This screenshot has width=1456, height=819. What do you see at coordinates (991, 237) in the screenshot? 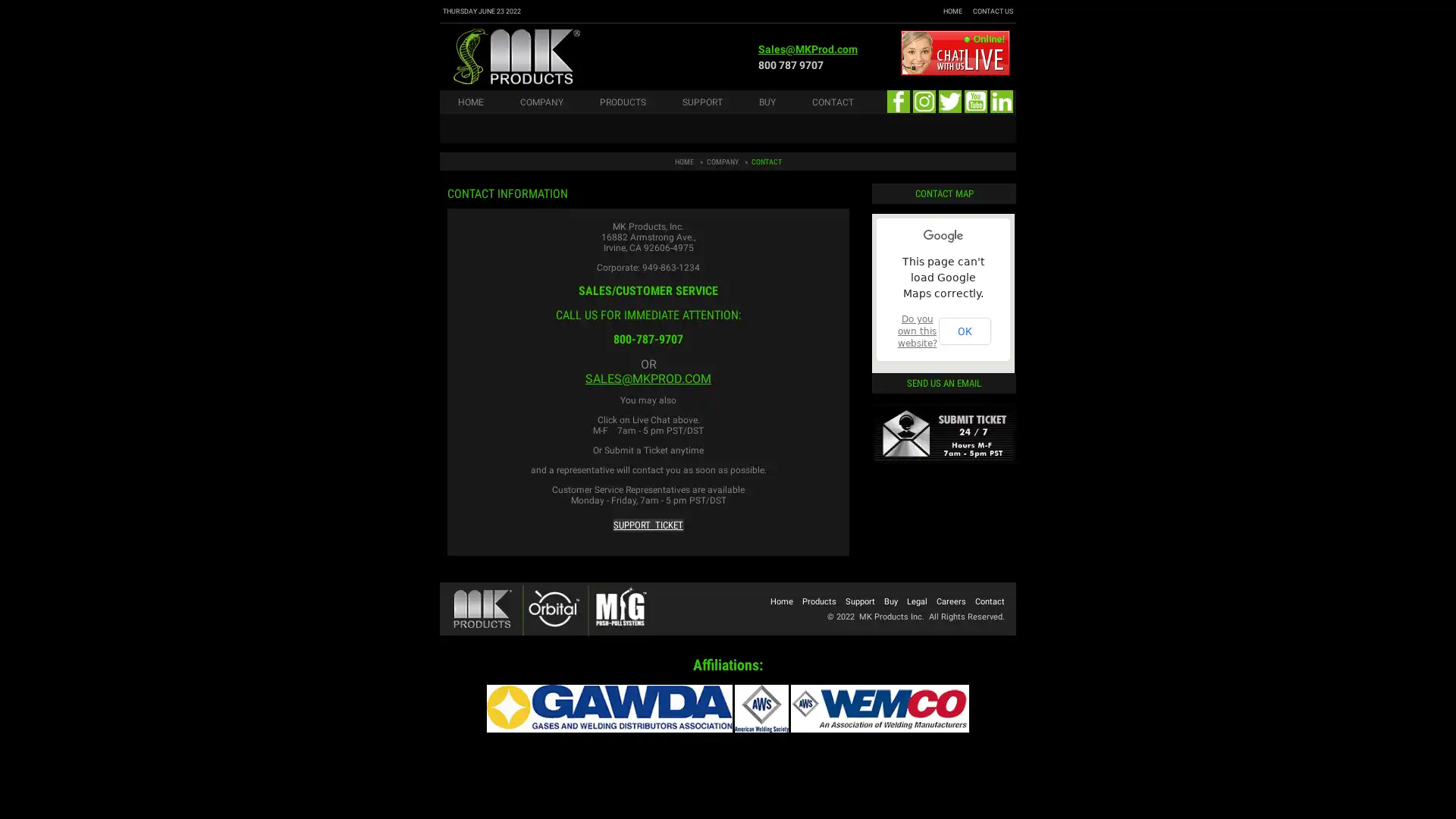
I see `Toggle fullscreen view` at bounding box center [991, 237].